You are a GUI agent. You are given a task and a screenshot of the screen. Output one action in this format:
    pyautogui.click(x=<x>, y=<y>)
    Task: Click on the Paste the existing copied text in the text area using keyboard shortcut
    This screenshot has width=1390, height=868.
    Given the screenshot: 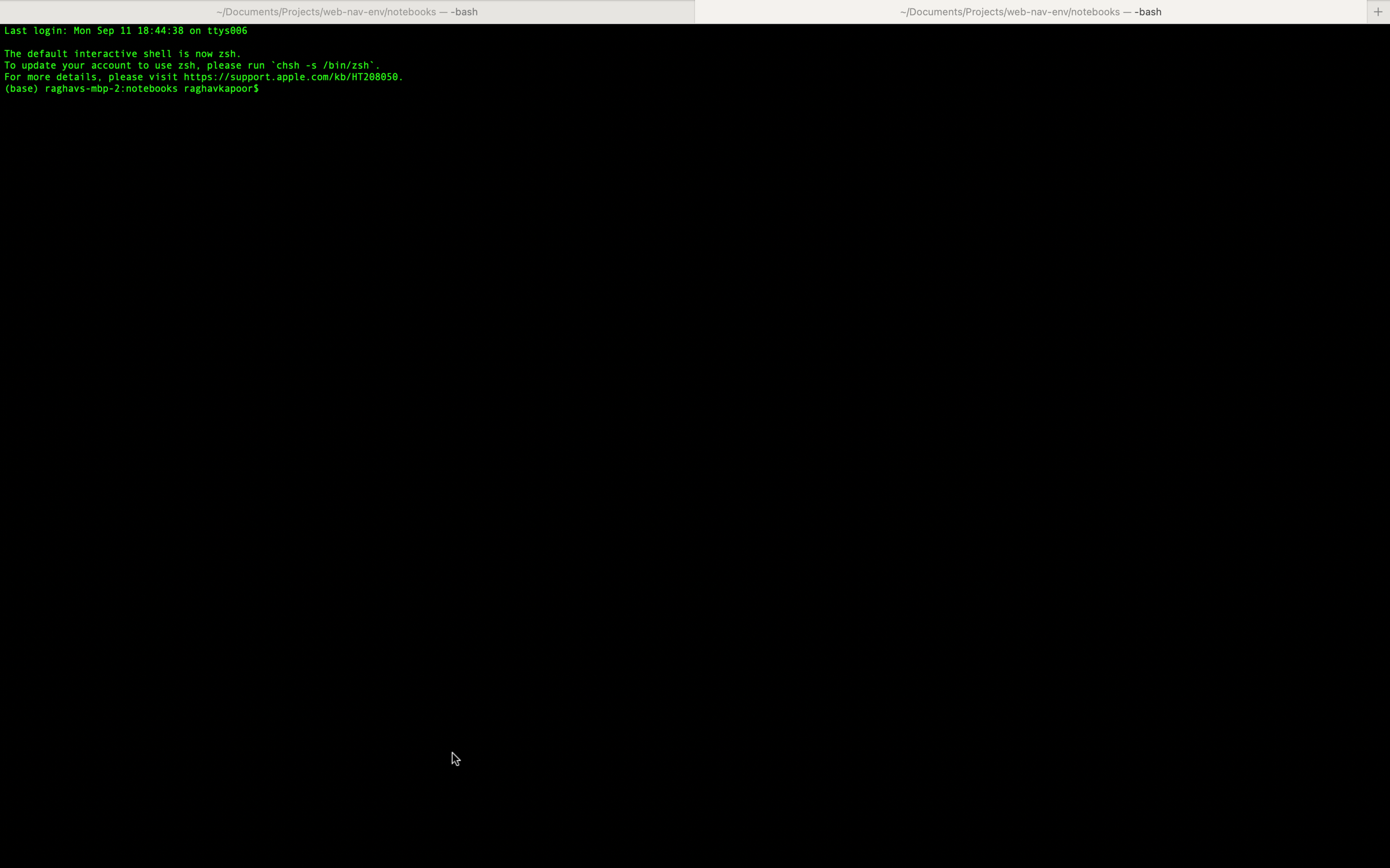 What is the action you would take?
    pyautogui.click(x=825, y=87)
    